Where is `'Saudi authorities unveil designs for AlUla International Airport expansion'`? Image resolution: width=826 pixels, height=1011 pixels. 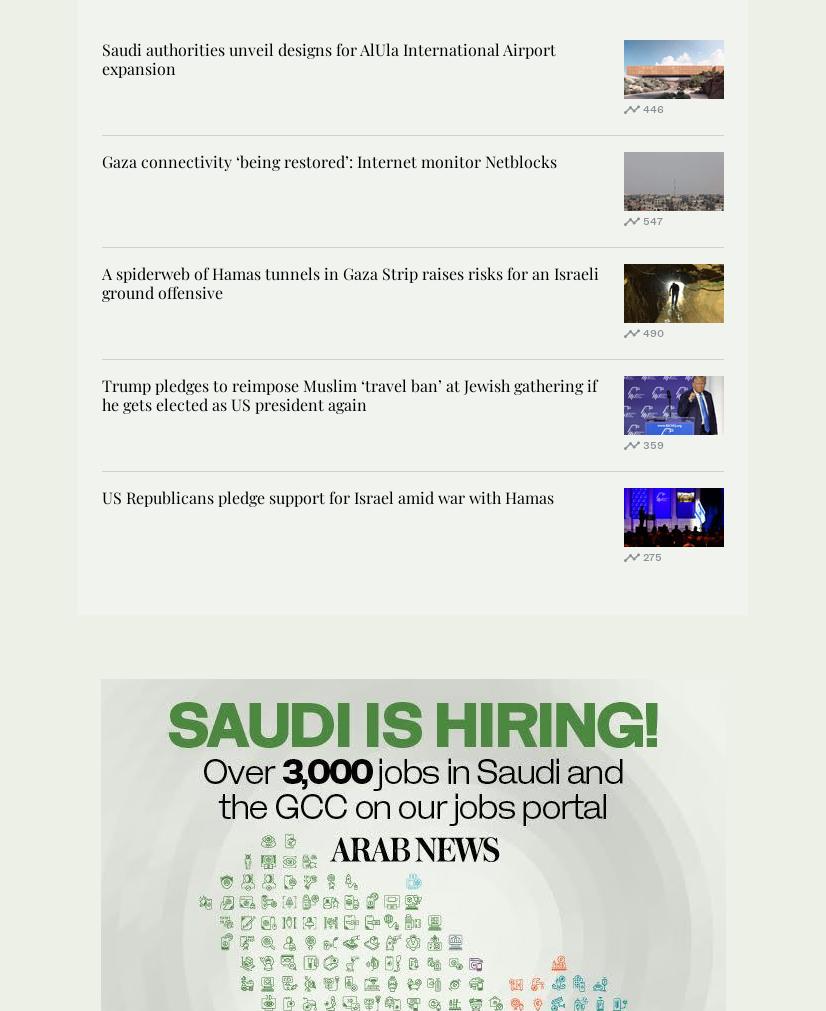 'Saudi authorities unveil designs for AlUla International Airport expansion' is located at coordinates (327, 57).